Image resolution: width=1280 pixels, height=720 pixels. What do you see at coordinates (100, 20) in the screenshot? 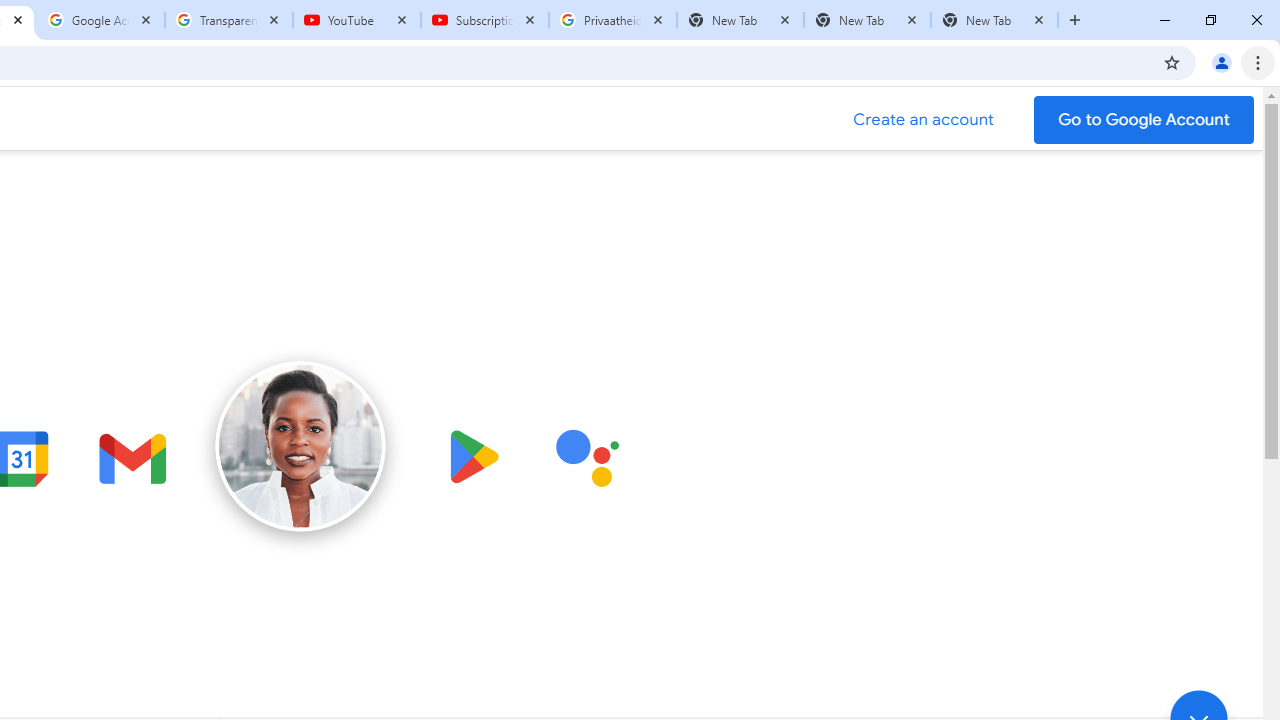
I see `'Google Account'` at bounding box center [100, 20].